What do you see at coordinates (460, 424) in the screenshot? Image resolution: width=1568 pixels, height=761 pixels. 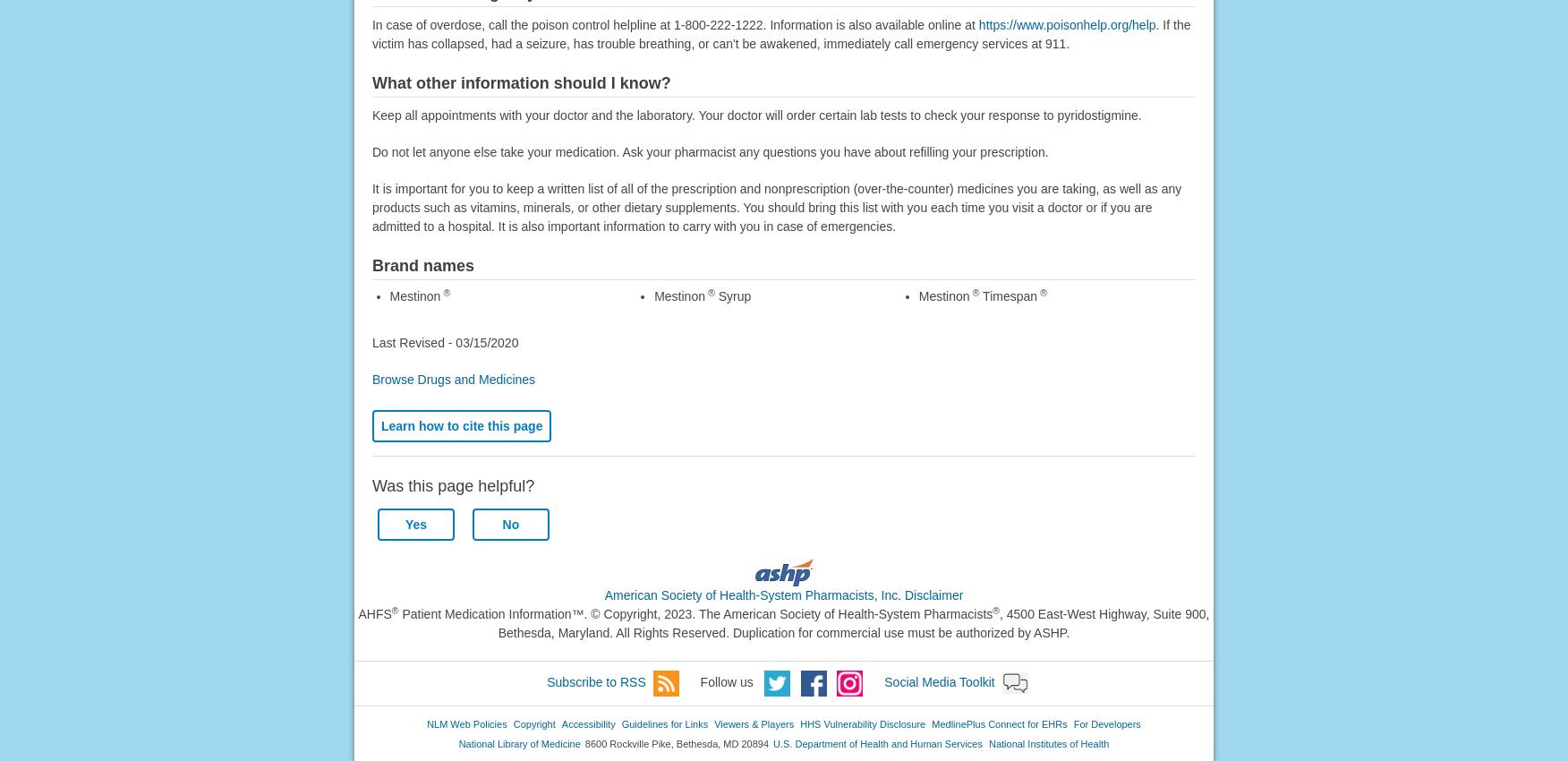 I see `'Learn how to cite this page'` at bounding box center [460, 424].